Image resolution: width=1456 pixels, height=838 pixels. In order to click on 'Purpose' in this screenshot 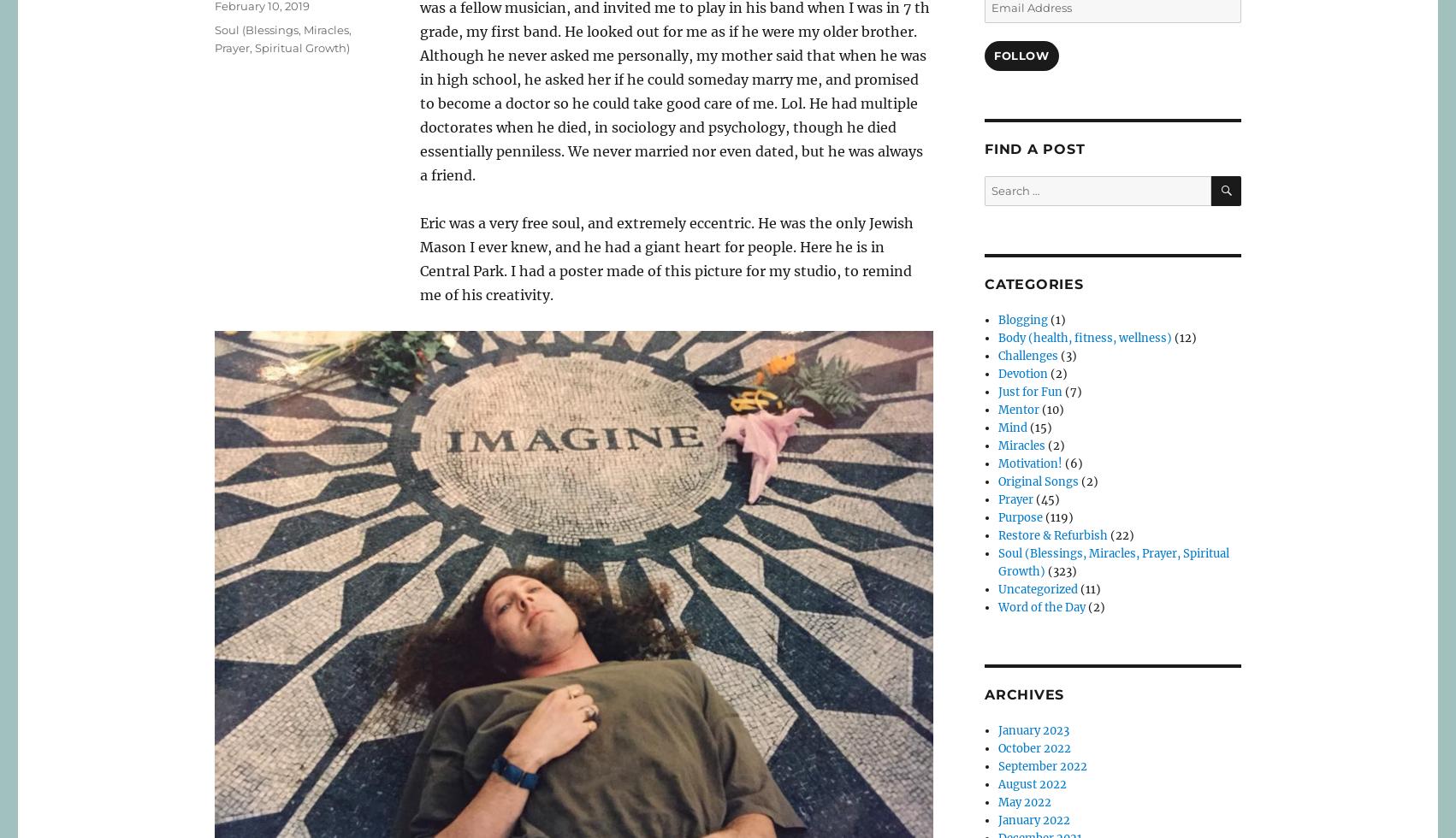, I will do `click(1020, 517)`.